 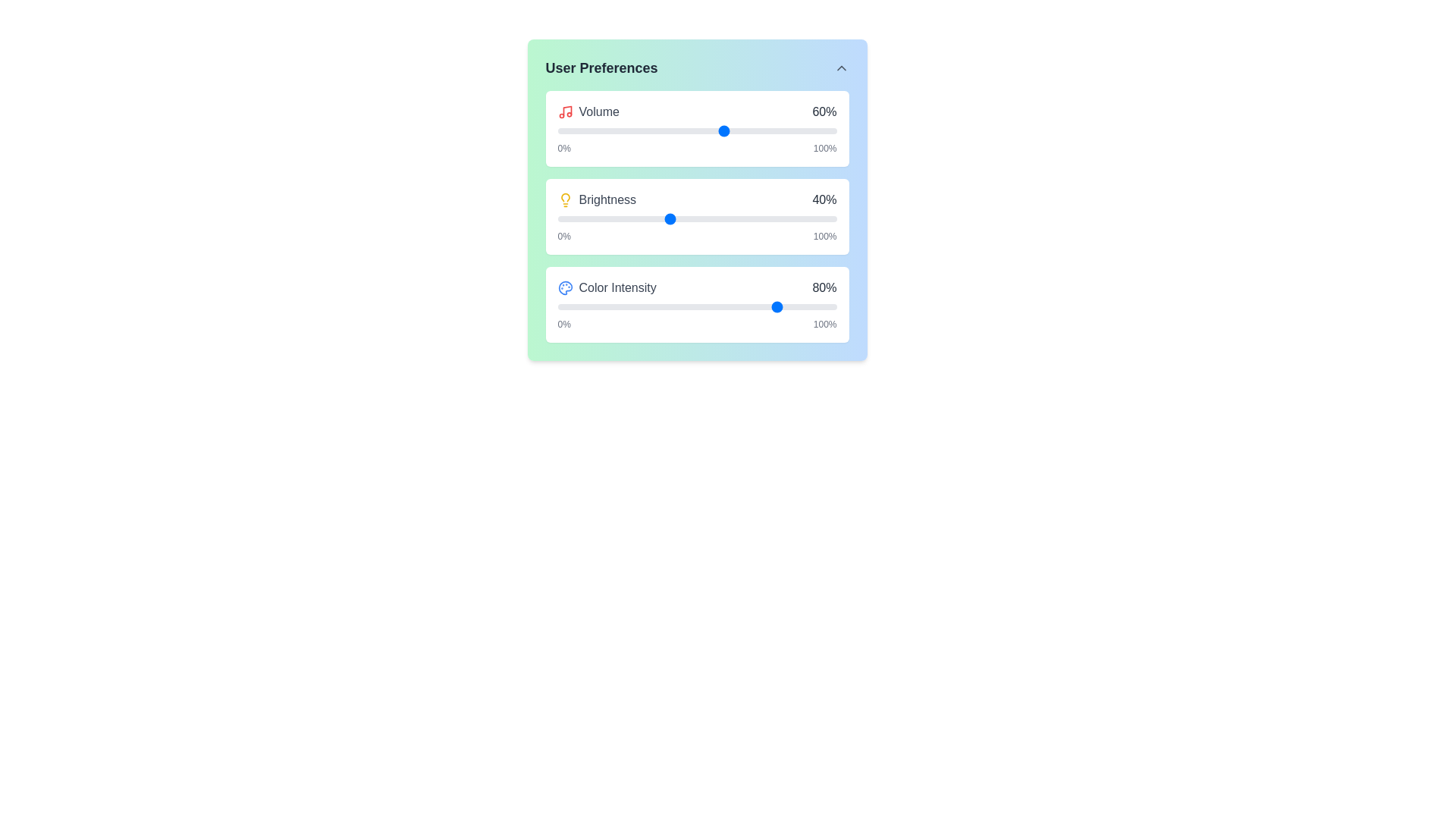 I want to click on the Color Intensity, so click(x=799, y=307).